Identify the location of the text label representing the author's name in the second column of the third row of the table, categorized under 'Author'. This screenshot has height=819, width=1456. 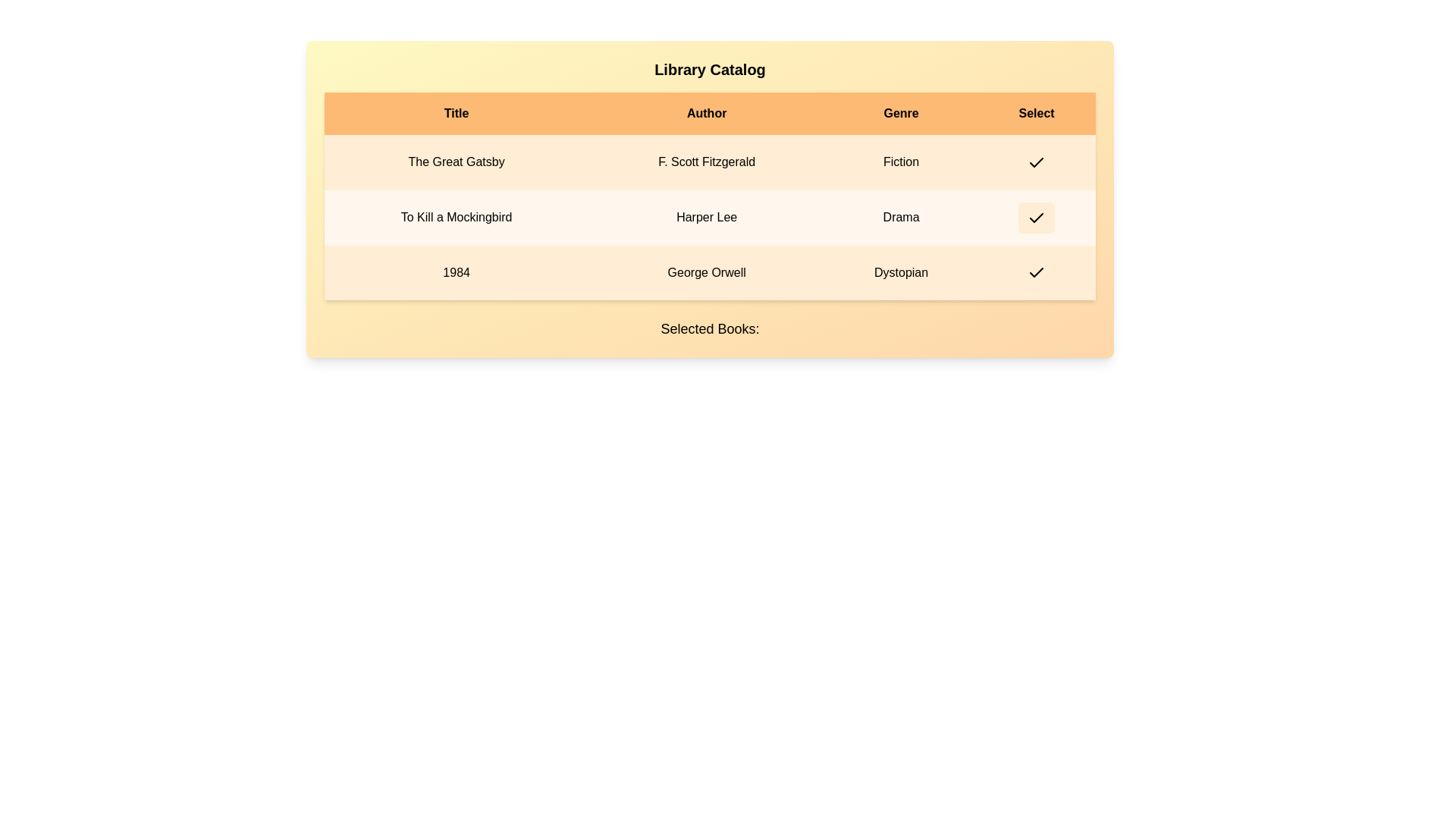
(706, 271).